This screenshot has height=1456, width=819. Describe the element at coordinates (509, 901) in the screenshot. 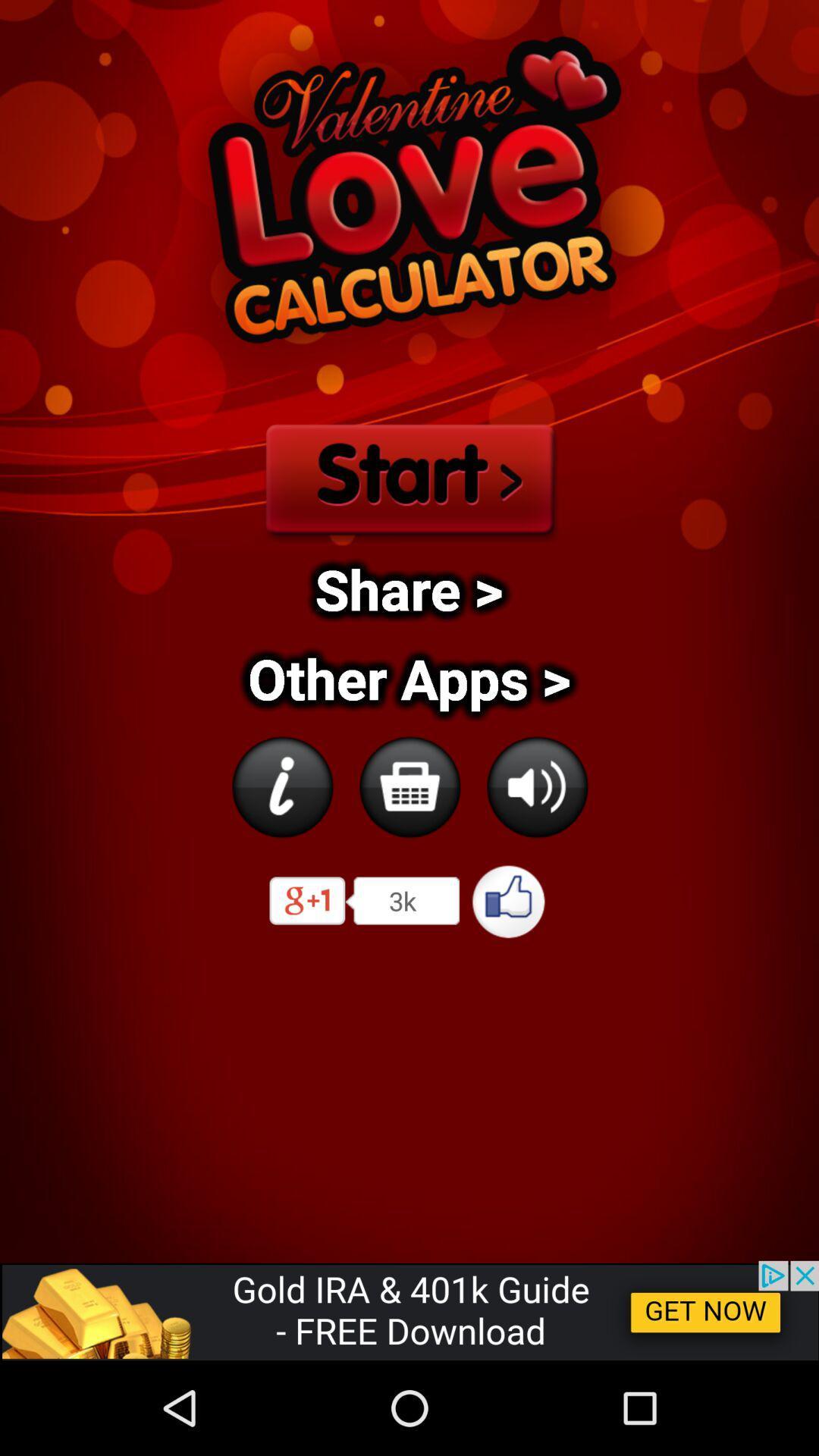

I see `like option` at that location.